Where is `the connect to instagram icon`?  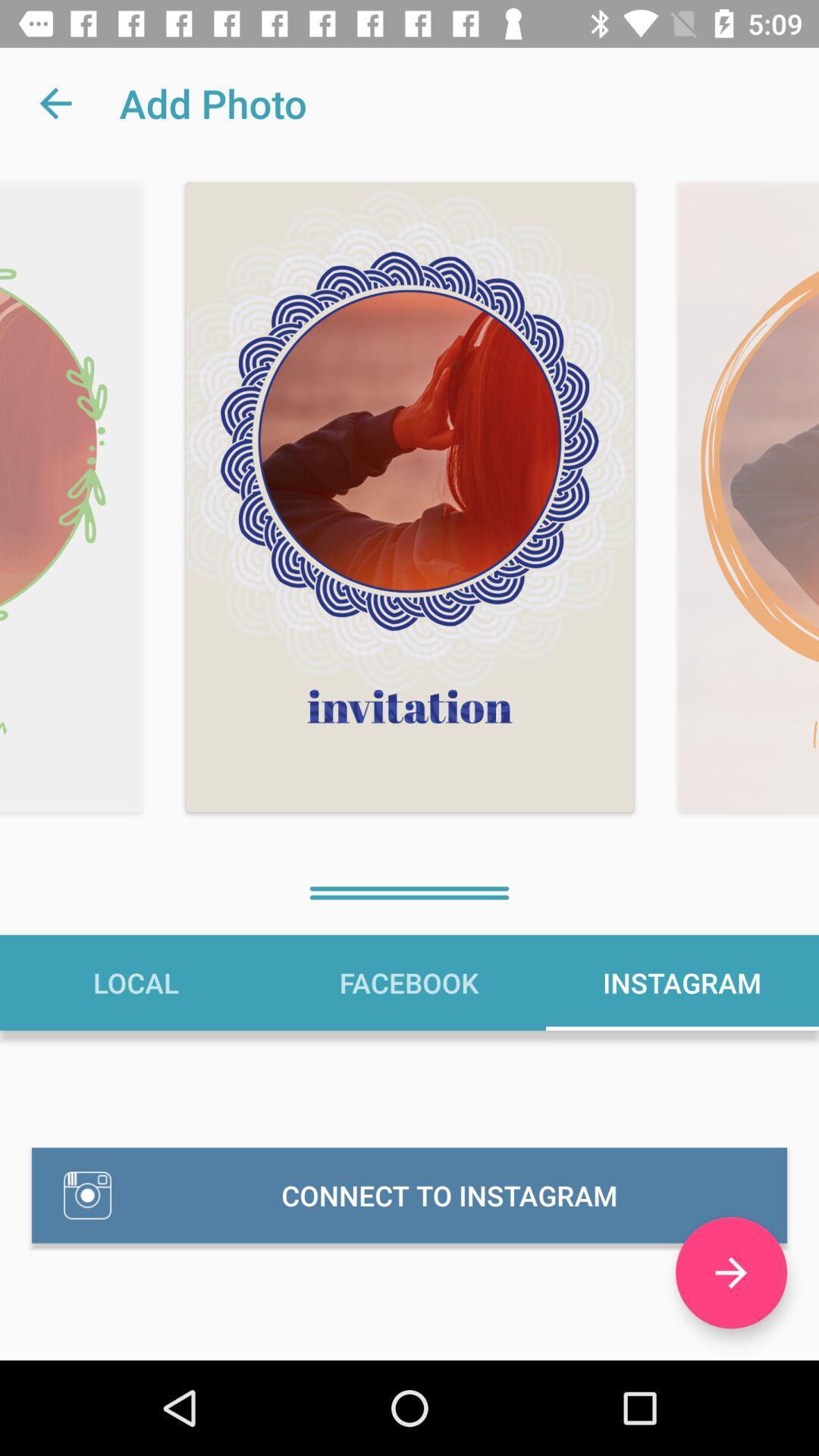
the connect to instagram icon is located at coordinates (409, 1194).